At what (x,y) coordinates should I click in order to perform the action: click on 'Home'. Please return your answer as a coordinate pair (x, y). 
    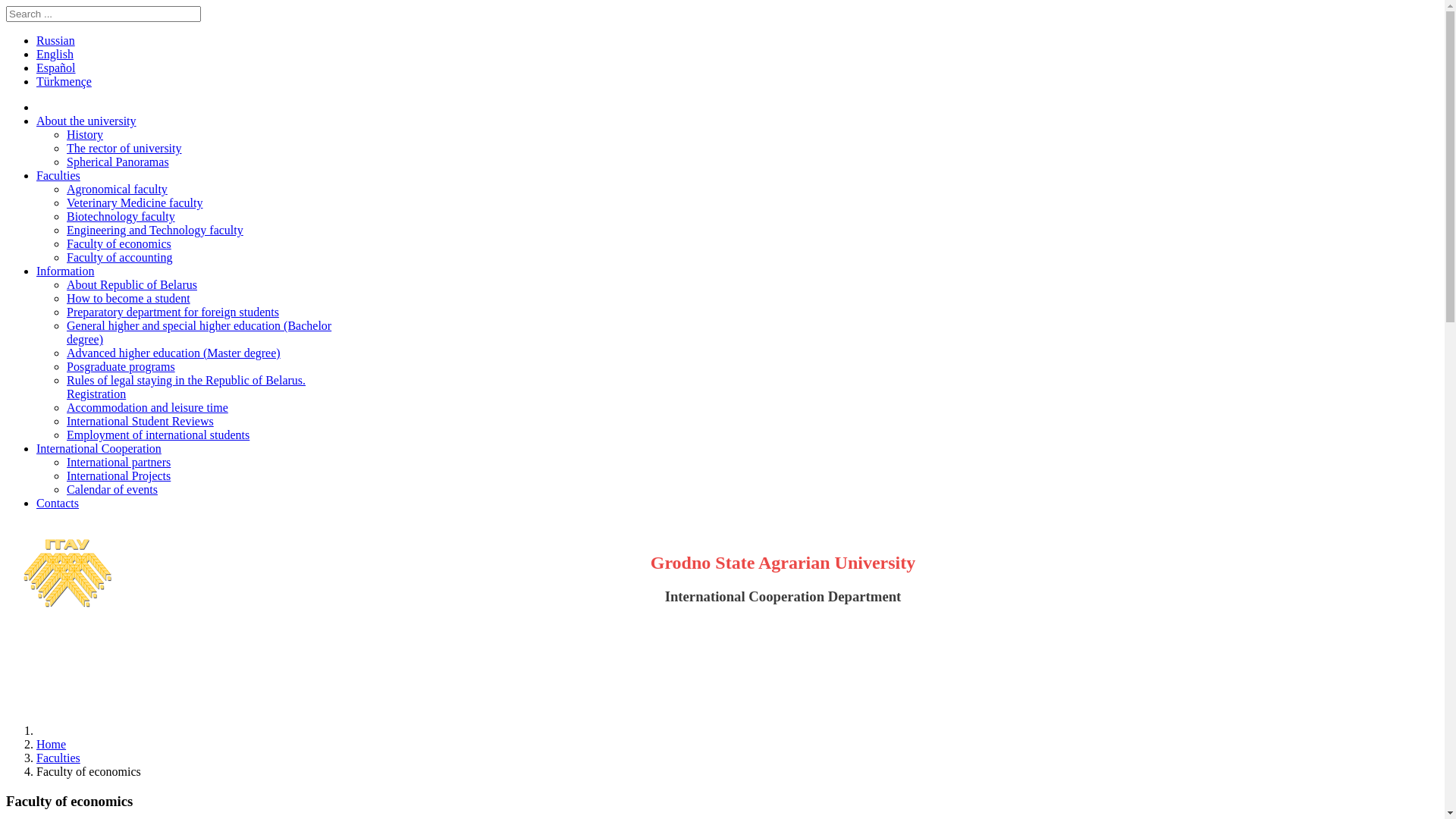
    Looking at the image, I should click on (51, 743).